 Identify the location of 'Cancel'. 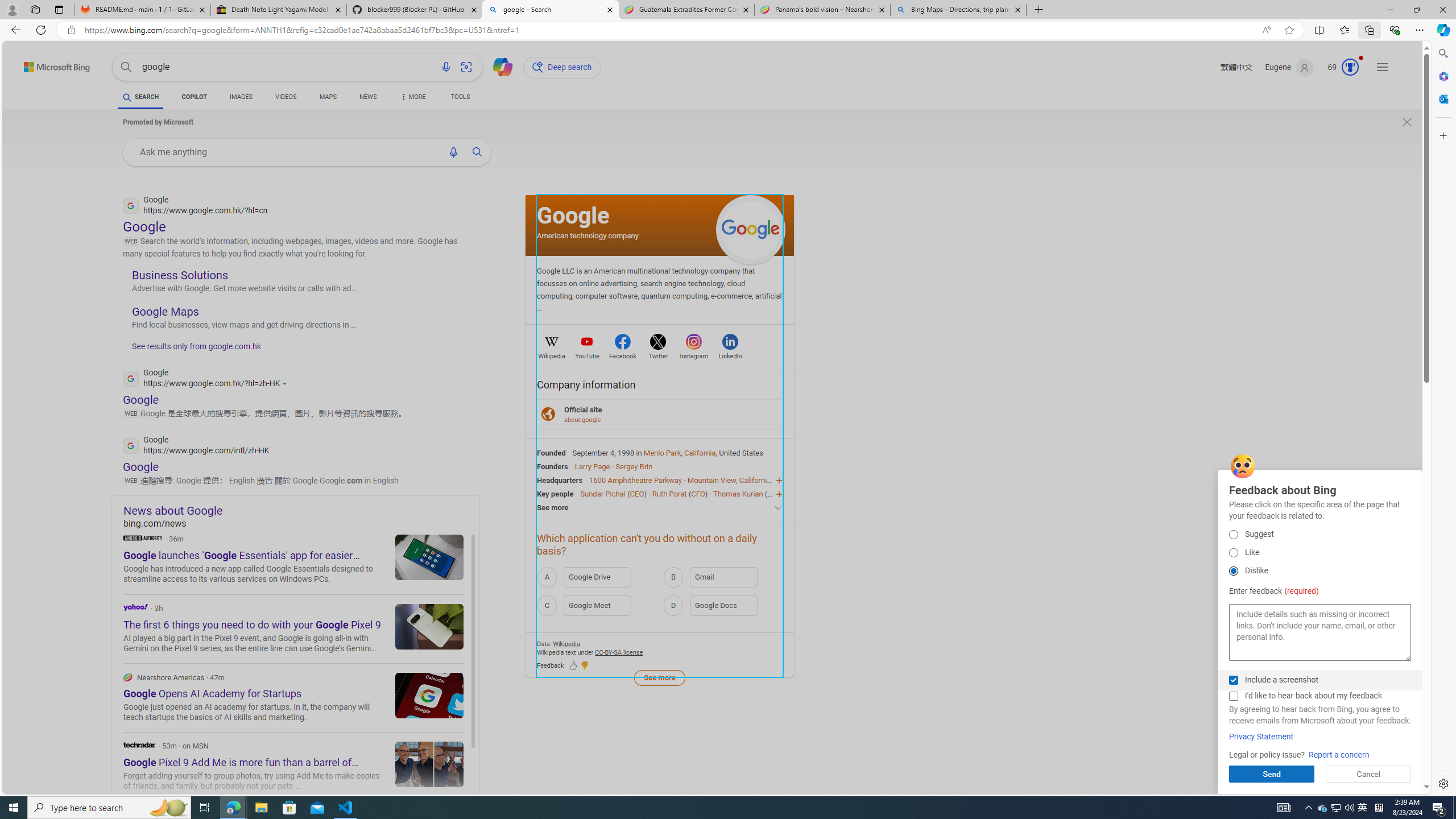
(1368, 773).